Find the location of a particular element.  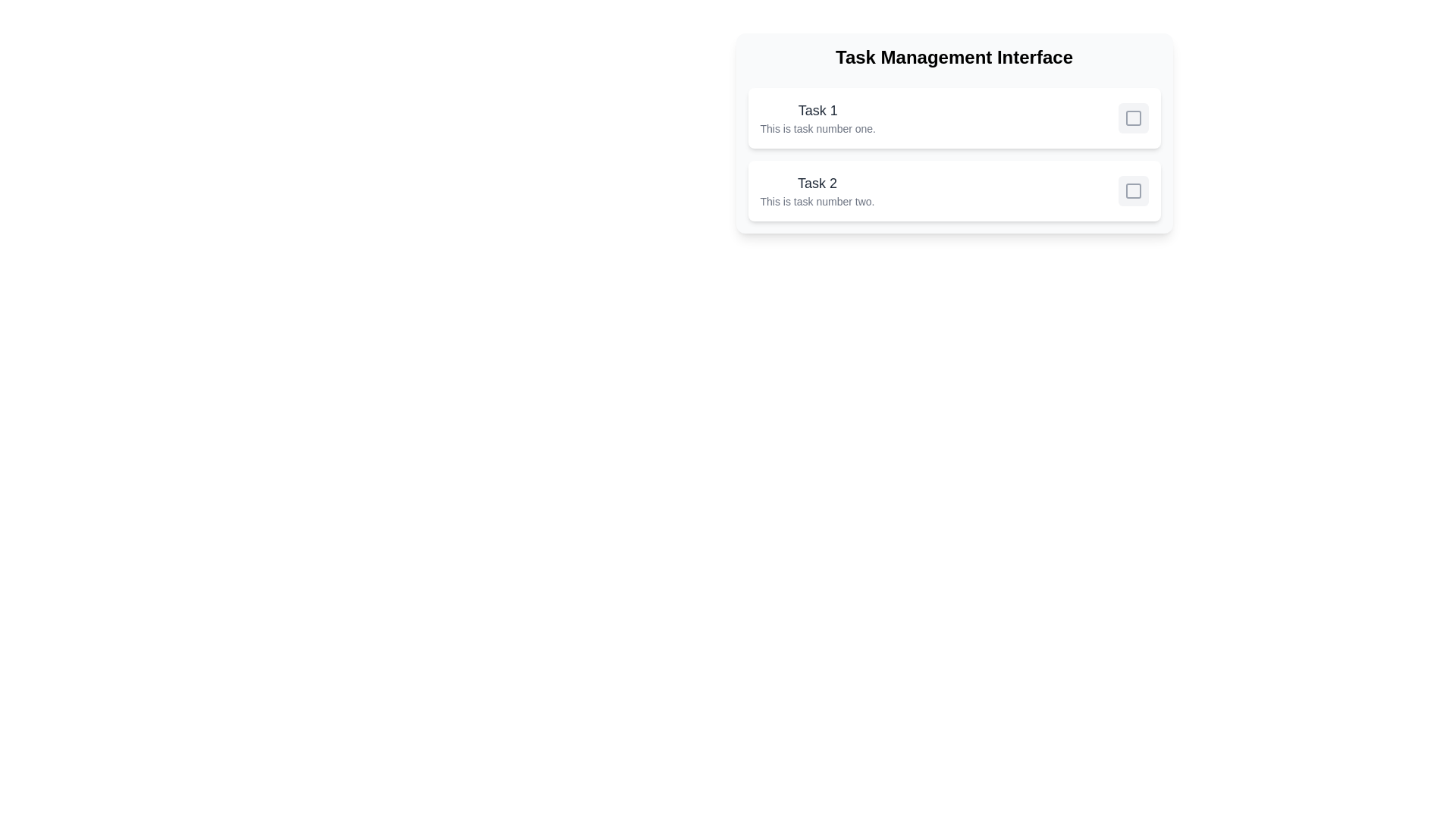

the small square interactive button with a light gray background located at the far right end of the card for 'Task 1' is located at coordinates (1133, 117).